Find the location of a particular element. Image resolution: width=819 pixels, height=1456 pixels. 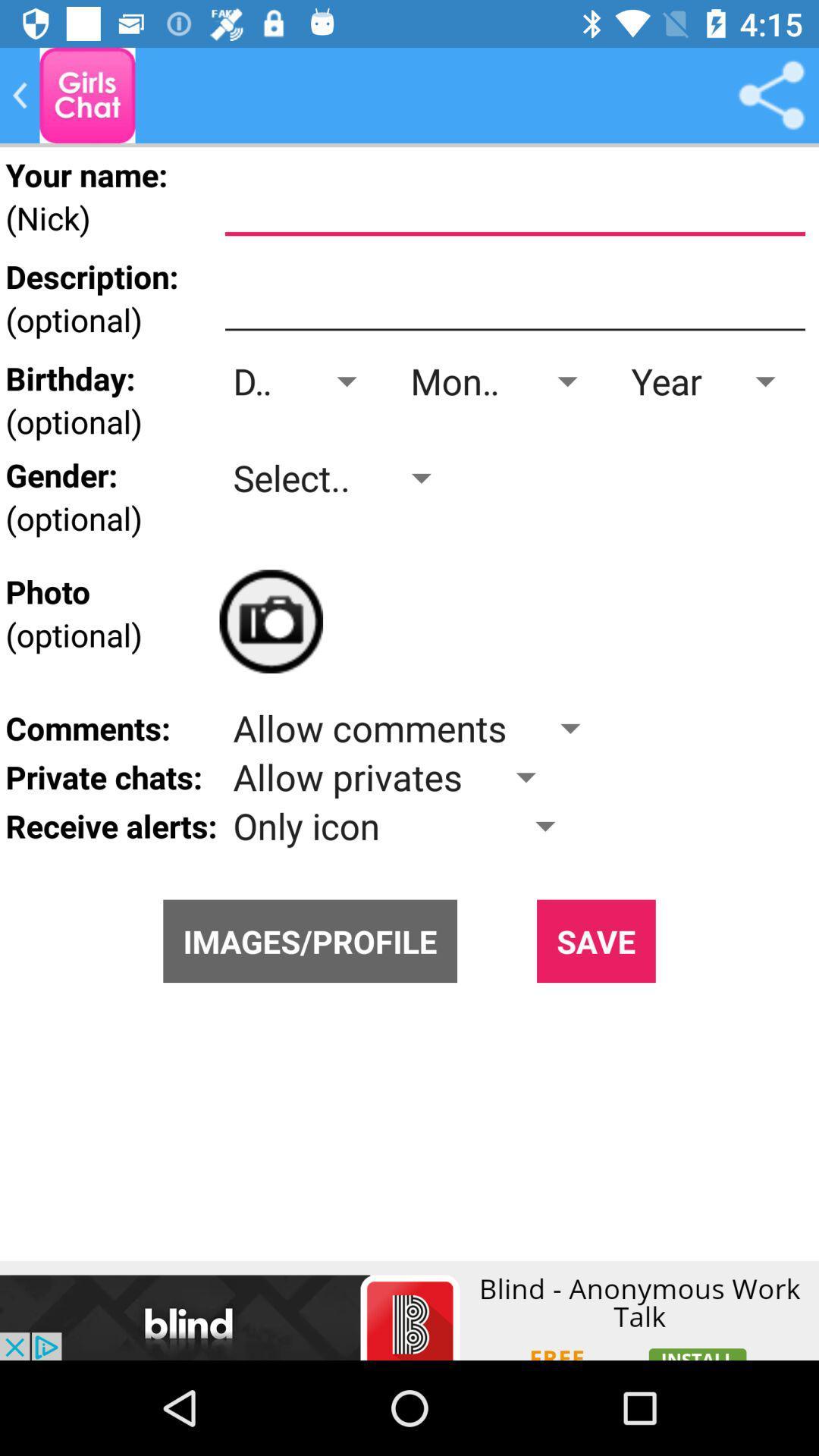

come back is located at coordinates (20, 94).